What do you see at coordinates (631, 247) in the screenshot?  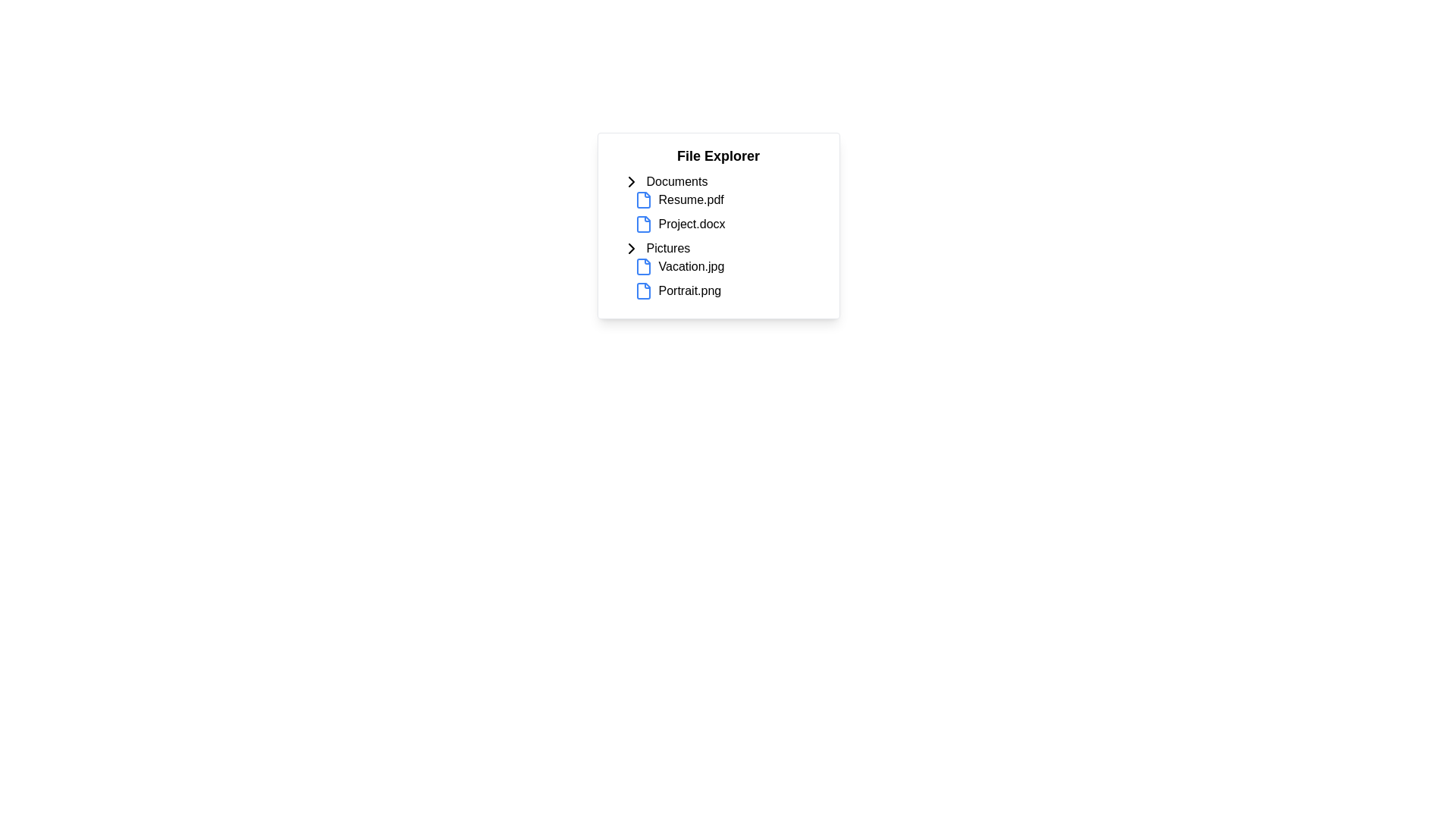 I see `the icon` at bounding box center [631, 247].